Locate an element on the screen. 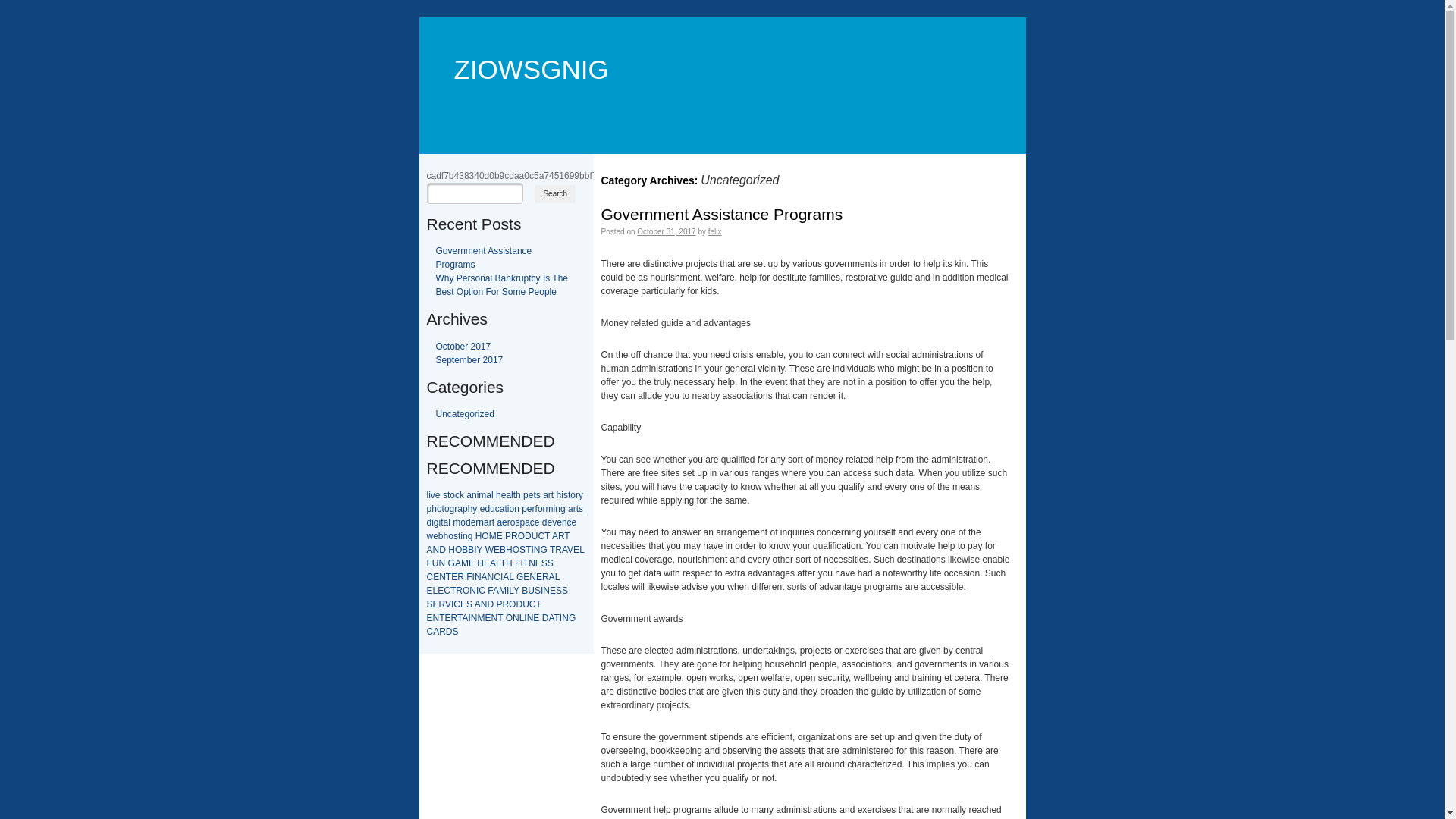 The image size is (1456, 819). 'I' is located at coordinates (500, 576).